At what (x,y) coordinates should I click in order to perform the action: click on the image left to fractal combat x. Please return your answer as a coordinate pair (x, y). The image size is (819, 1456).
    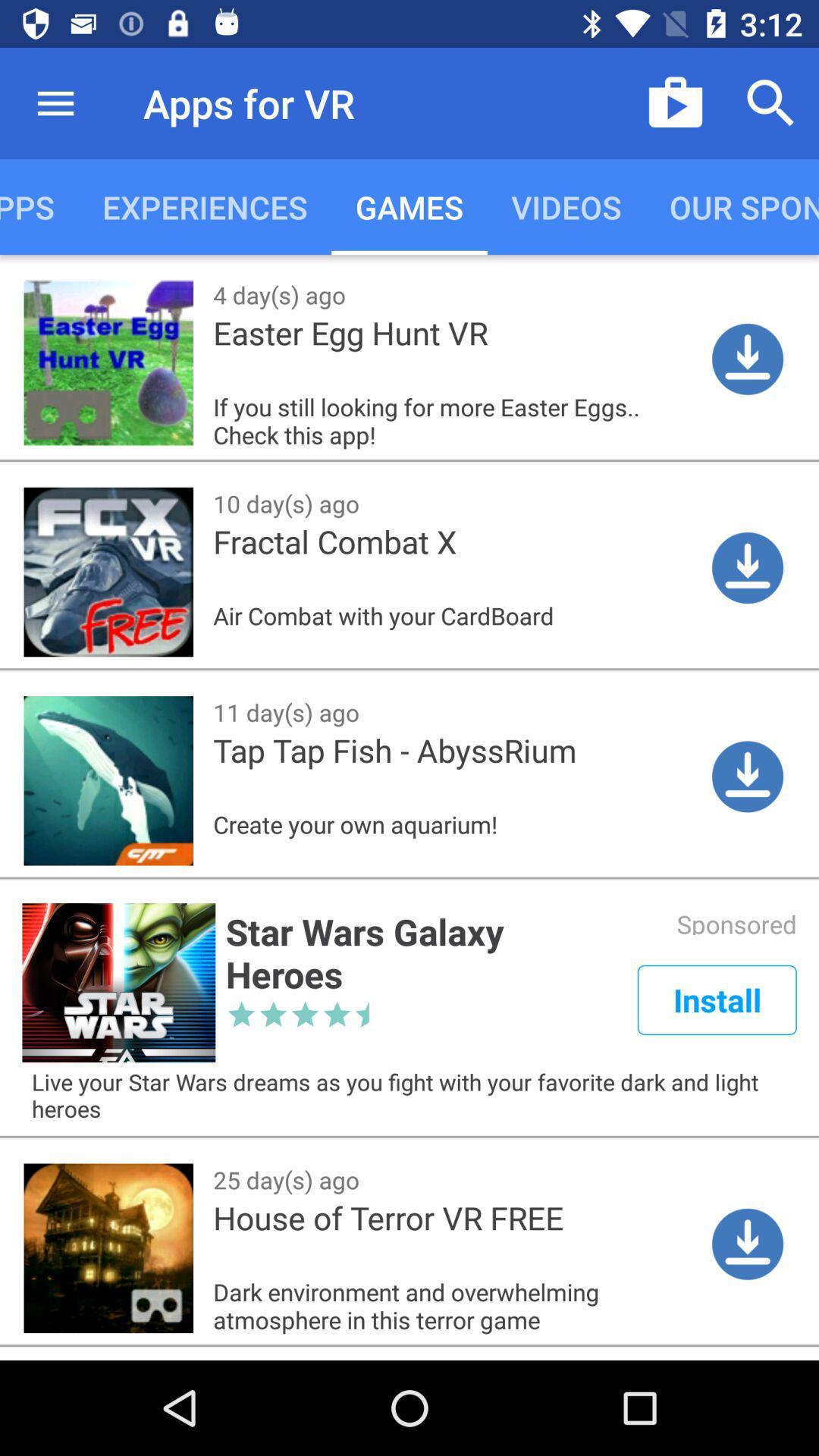
    Looking at the image, I should click on (108, 571).